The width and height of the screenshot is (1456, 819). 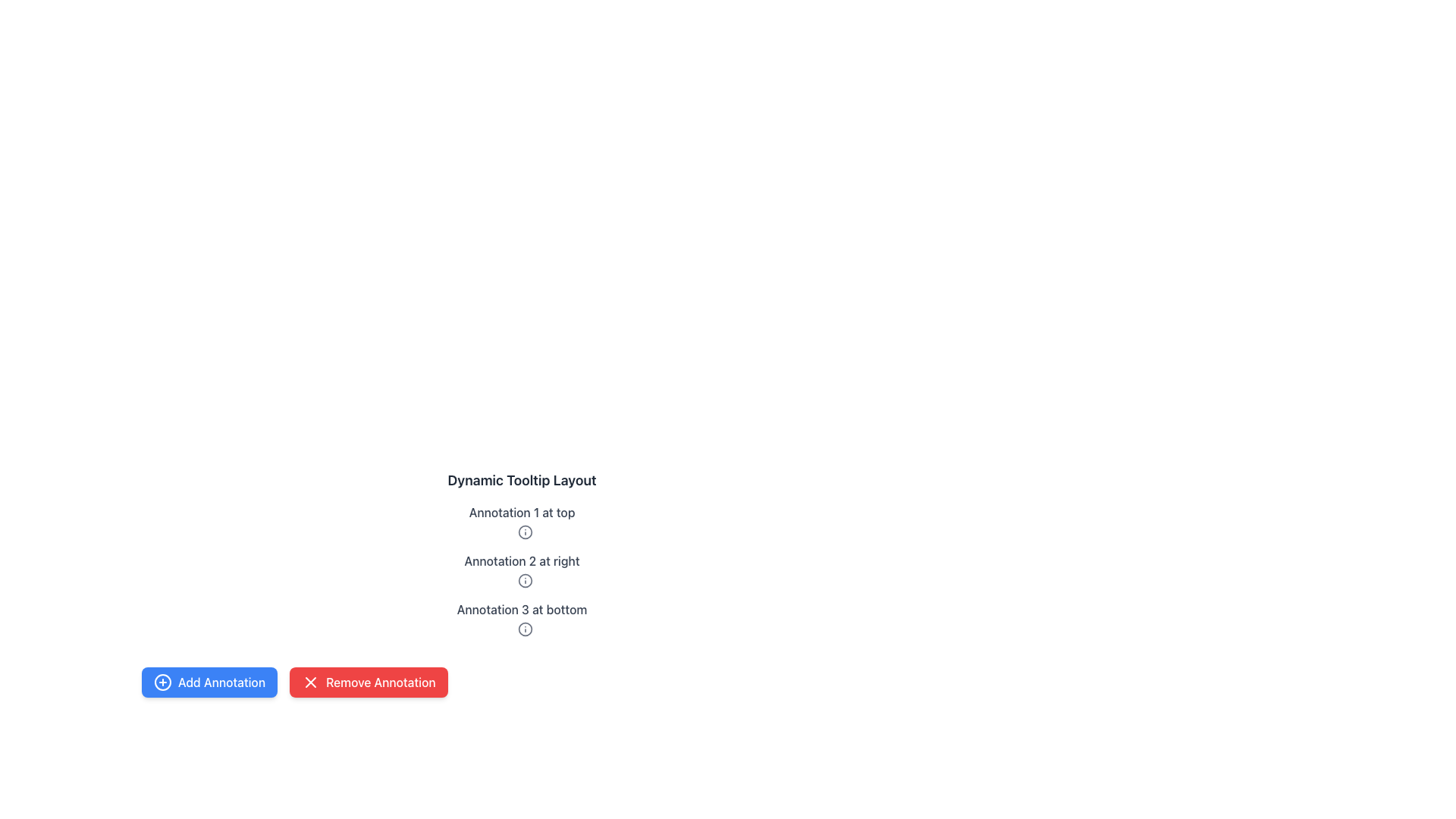 I want to click on the circular outline icon located next to the text 'Annotation 3 at bottom', so click(x=525, y=629).